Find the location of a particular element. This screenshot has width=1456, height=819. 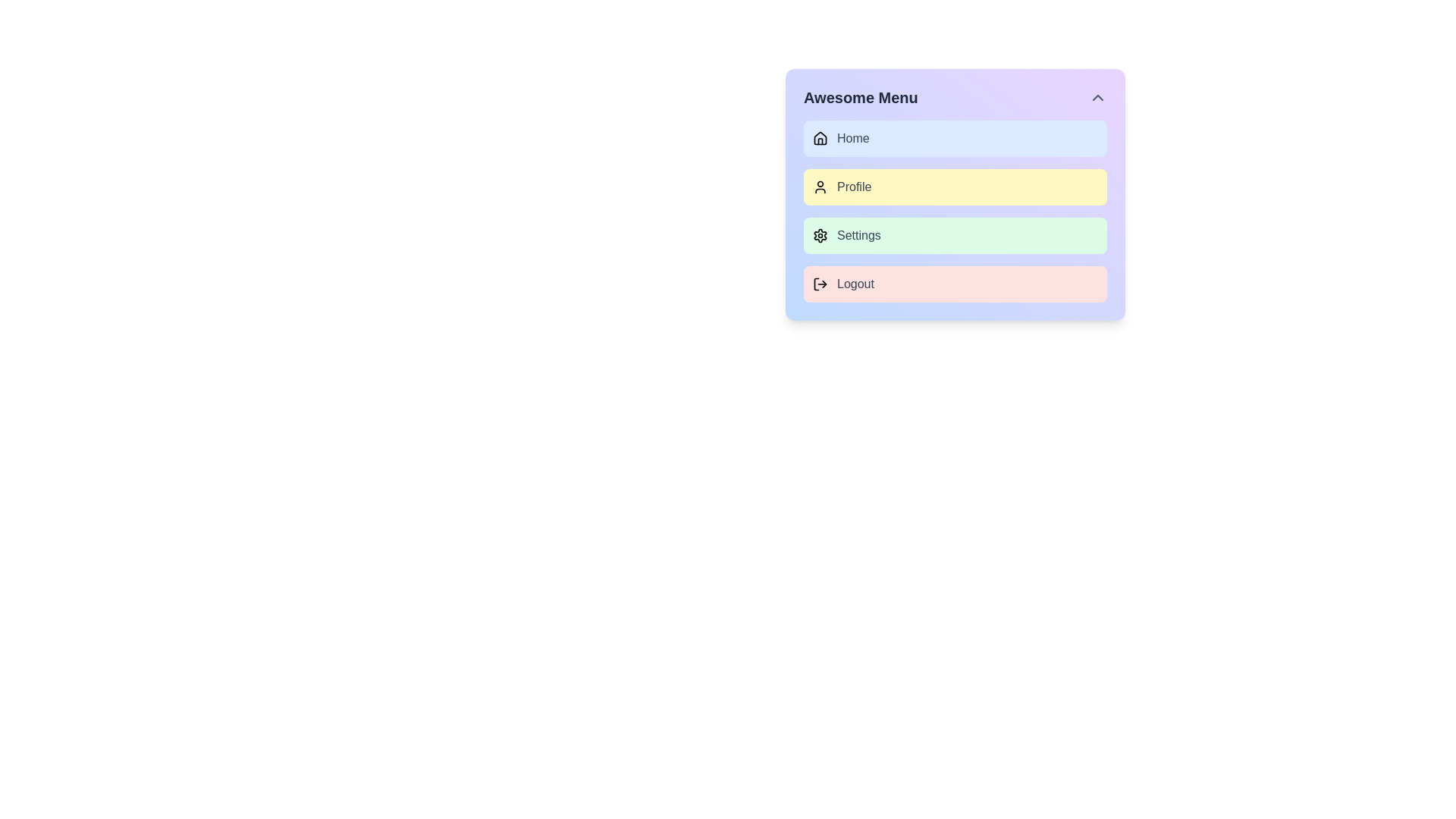

the Logout button located in the Awesome Menu is located at coordinates (954, 284).